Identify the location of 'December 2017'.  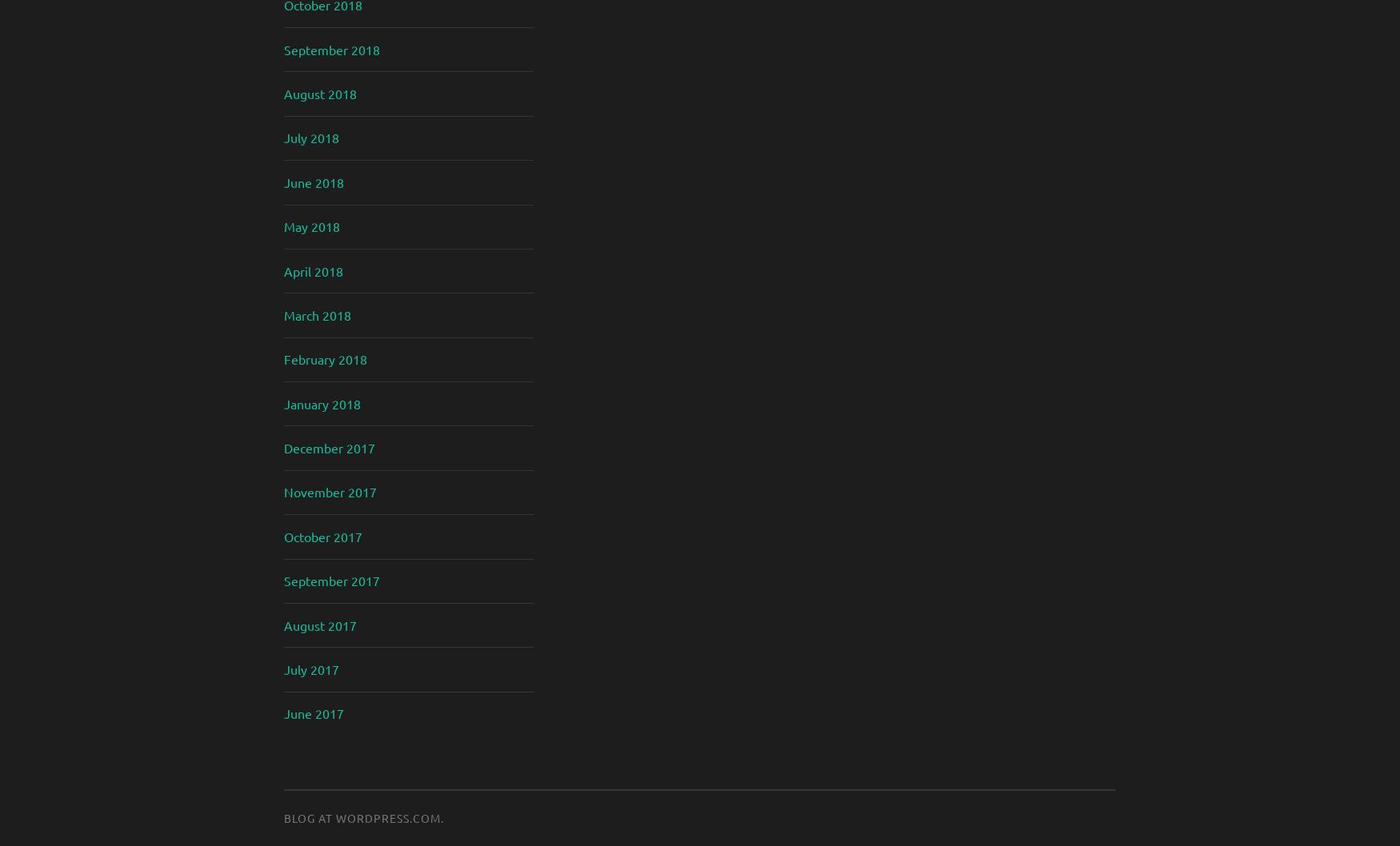
(328, 447).